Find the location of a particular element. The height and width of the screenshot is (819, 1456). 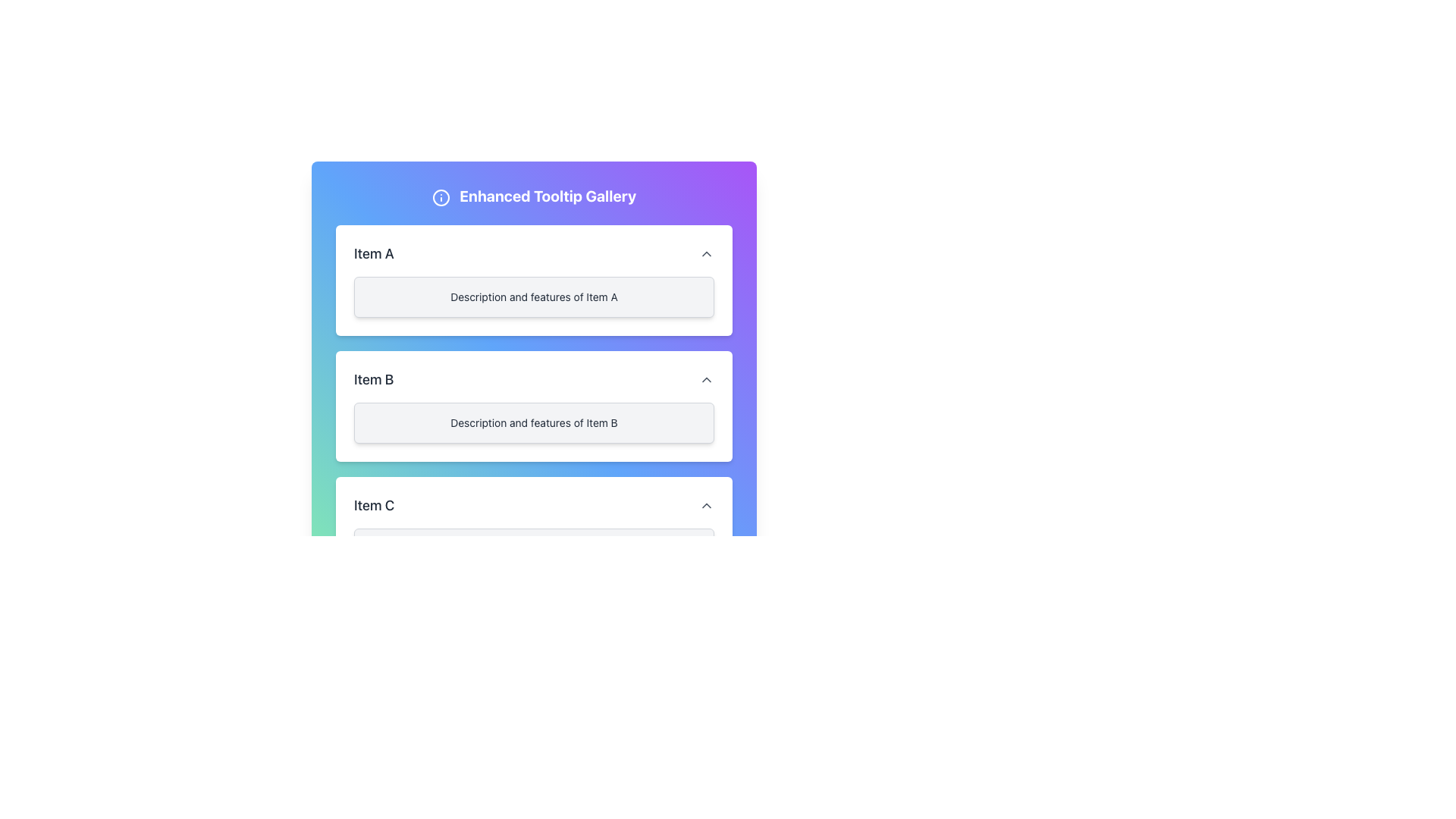

the Informational Panel labeled 'Item B' is located at coordinates (534, 406).